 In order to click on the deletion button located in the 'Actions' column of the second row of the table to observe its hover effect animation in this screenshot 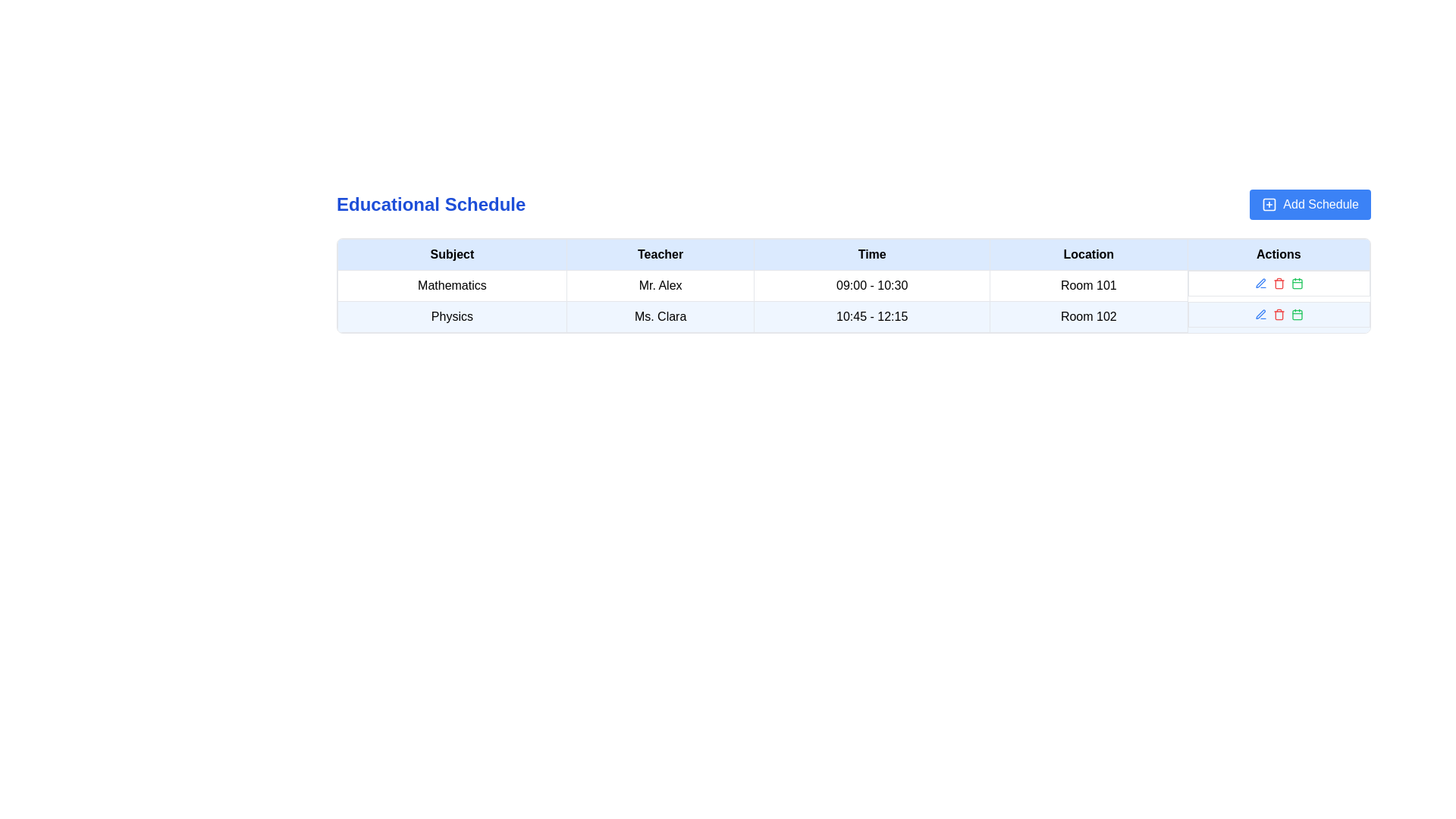, I will do `click(1278, 313)`.